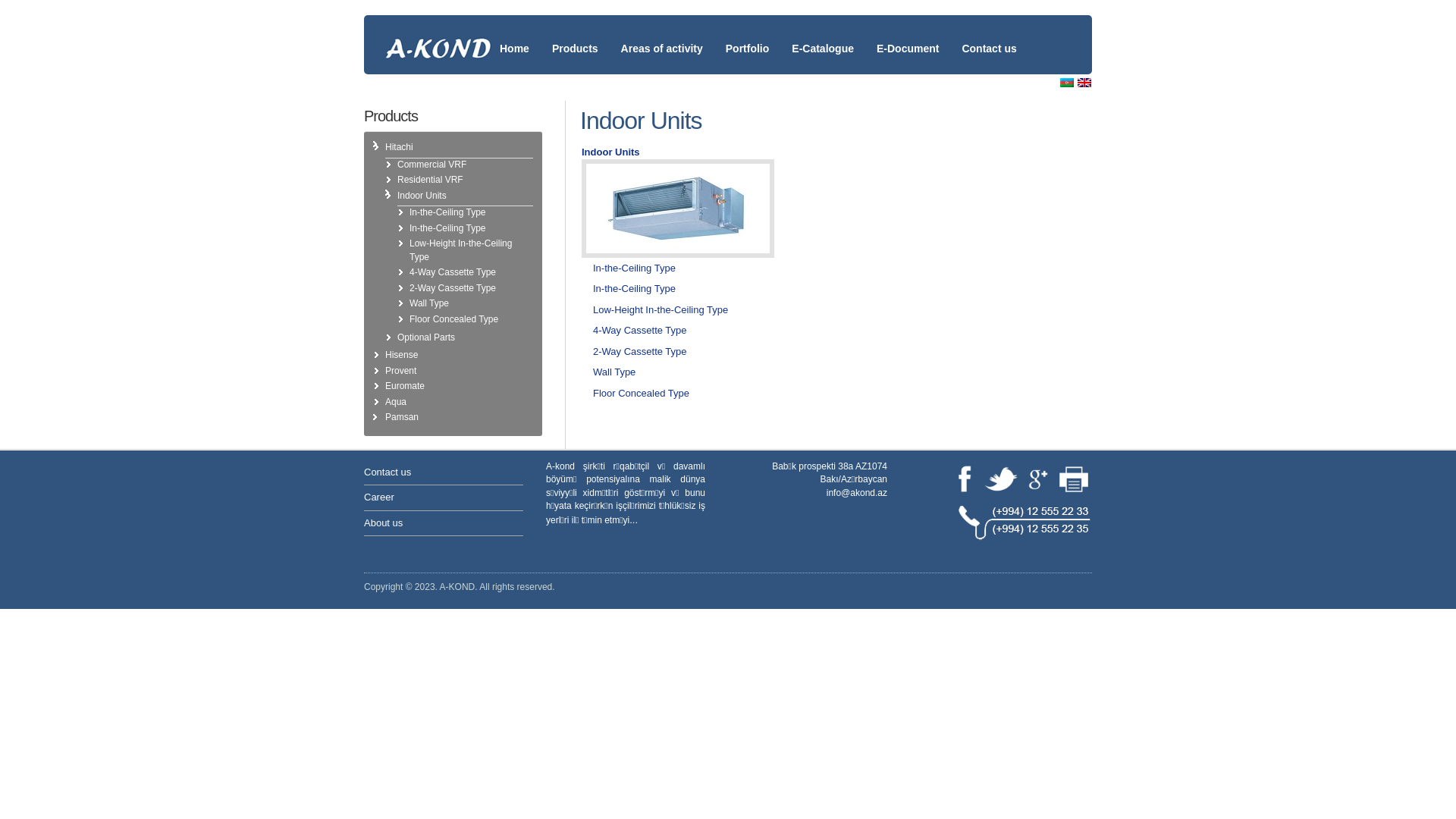 This screenshot has height=819, width=1456. What do you see at coordinates (451, 288) in the screenshot?
I see `'2-Way Cassette Type'` at bounding box center [451, 288].